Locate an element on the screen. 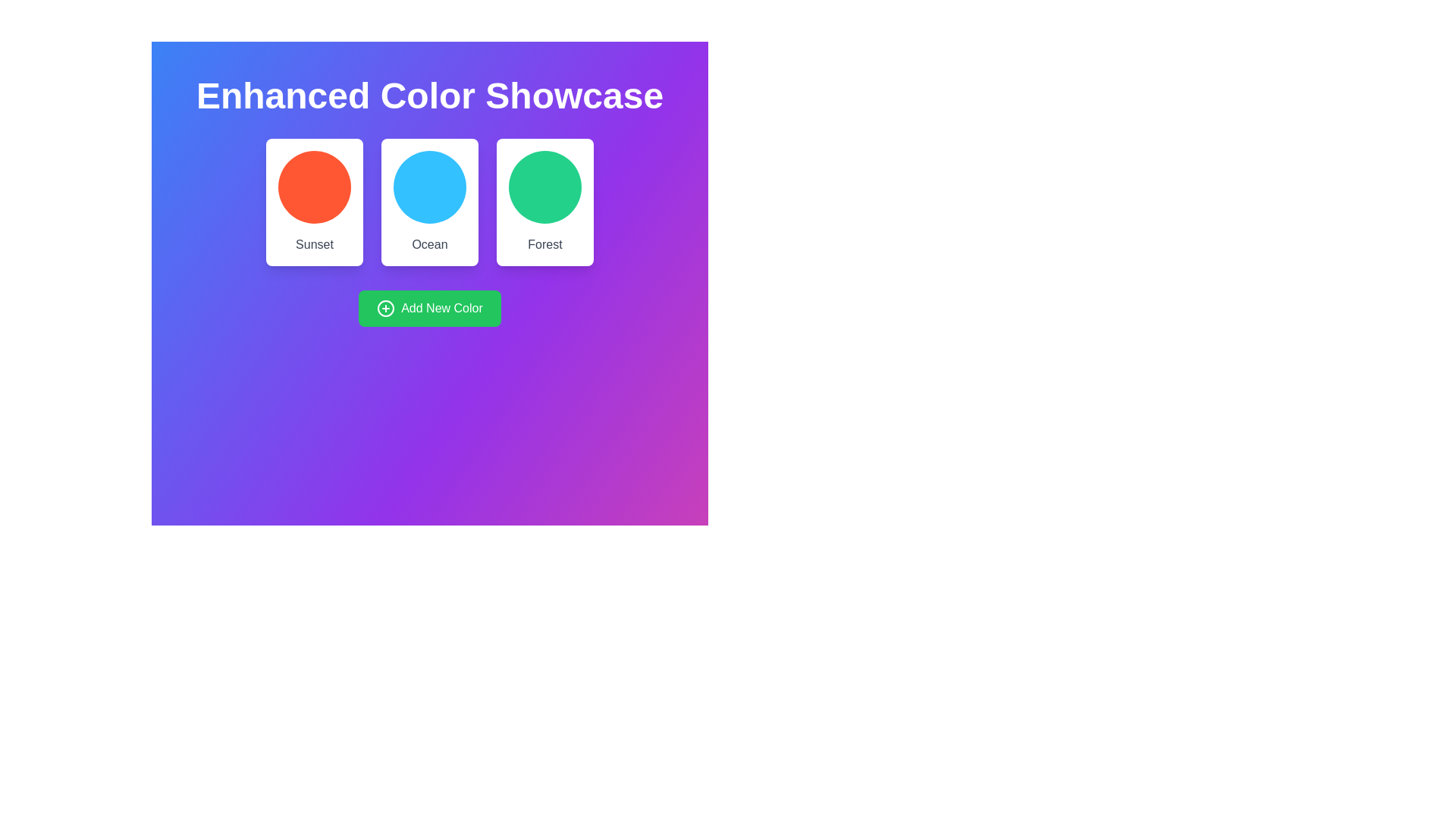 This screenshot has width=1456, height=819. the button located below the color cards labeled 'Sunset,' 'Ocean,' and 'Forest' is located at coordinates (428, 308).